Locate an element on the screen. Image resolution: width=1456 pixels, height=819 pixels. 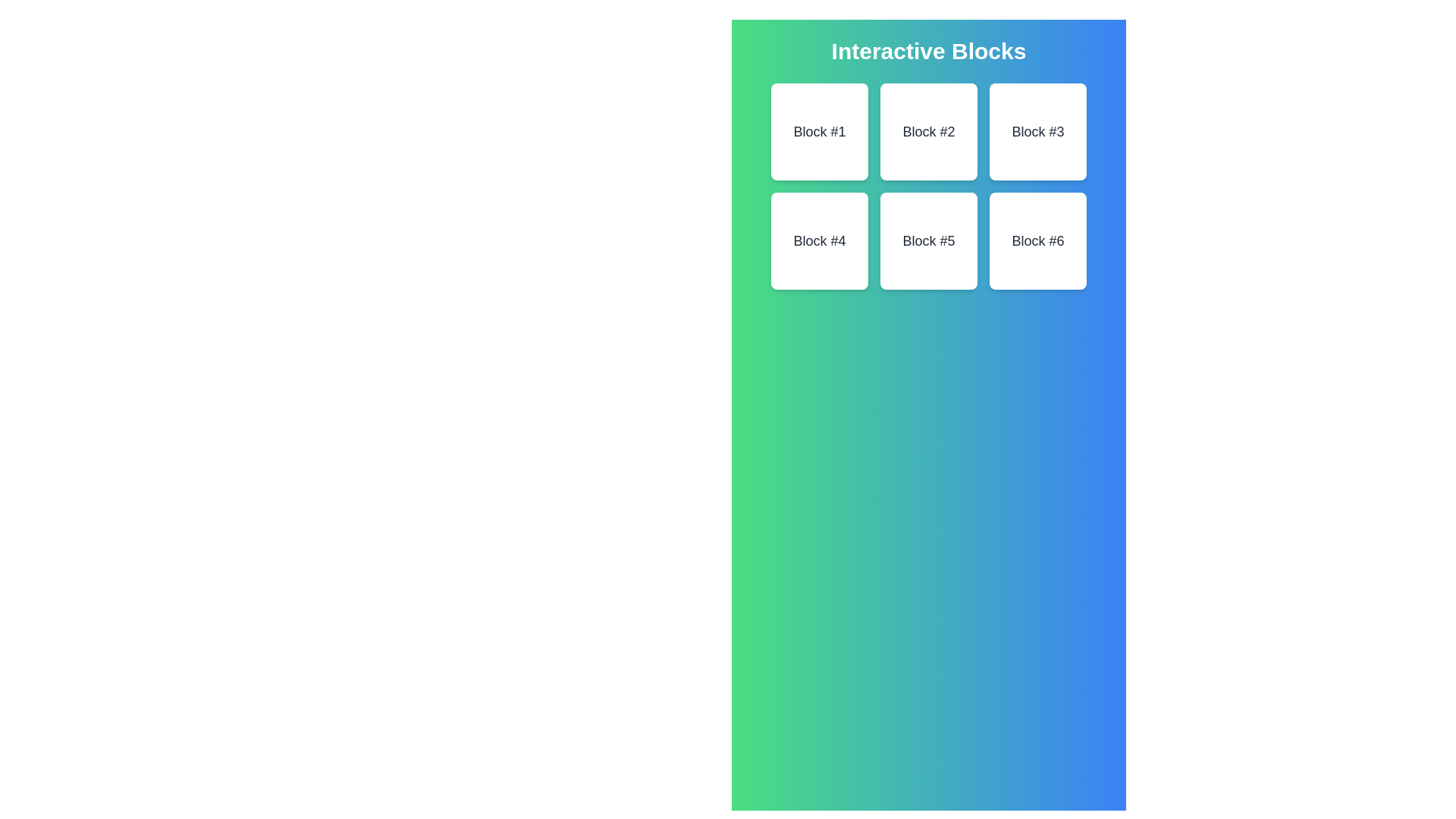
text content of the 'Block #4' label, which is a medium-sized gray text located in the second row, first column of a grid layout is located at coordinates (818, 240).